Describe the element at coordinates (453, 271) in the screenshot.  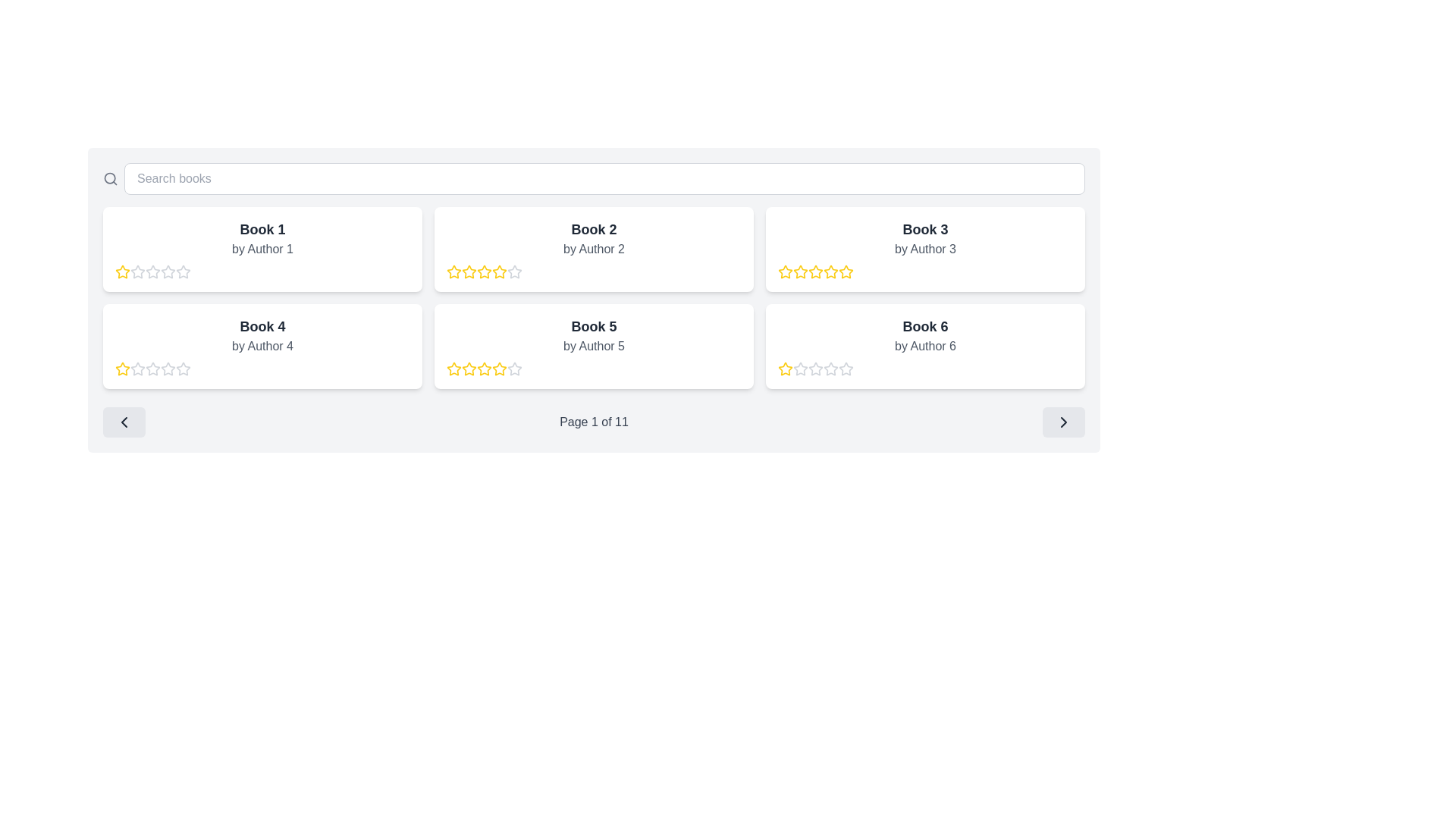
I see `the third yellow, outlined star icon in the rating section of the card for 'Book 2' by 'Author 2' to rate it` at that location.